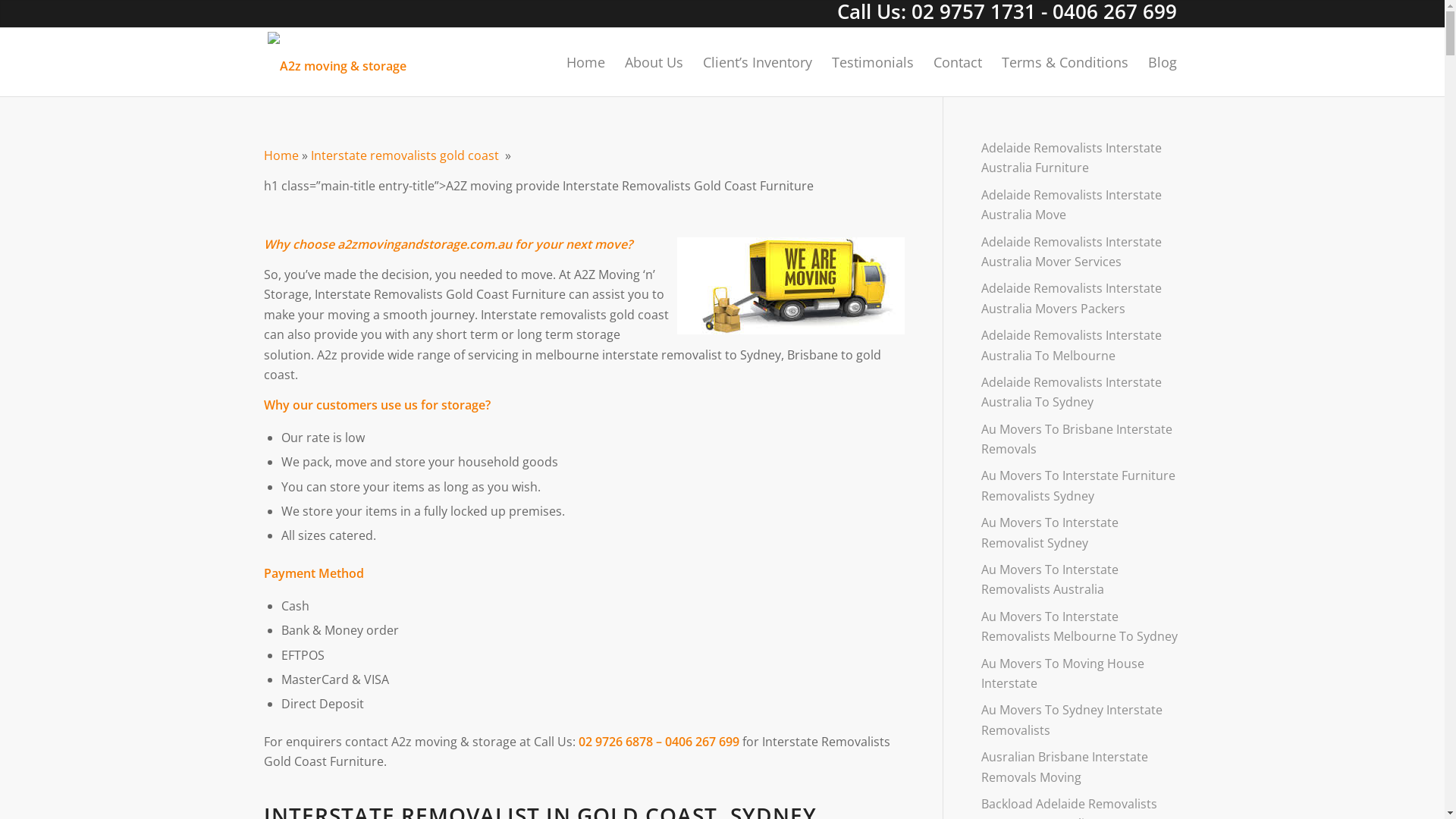 The height and width of the screenshot is (819, 1456). I want to click on 'Adelaide Removalists Interstate Australia Furniture', so click(981, 158).